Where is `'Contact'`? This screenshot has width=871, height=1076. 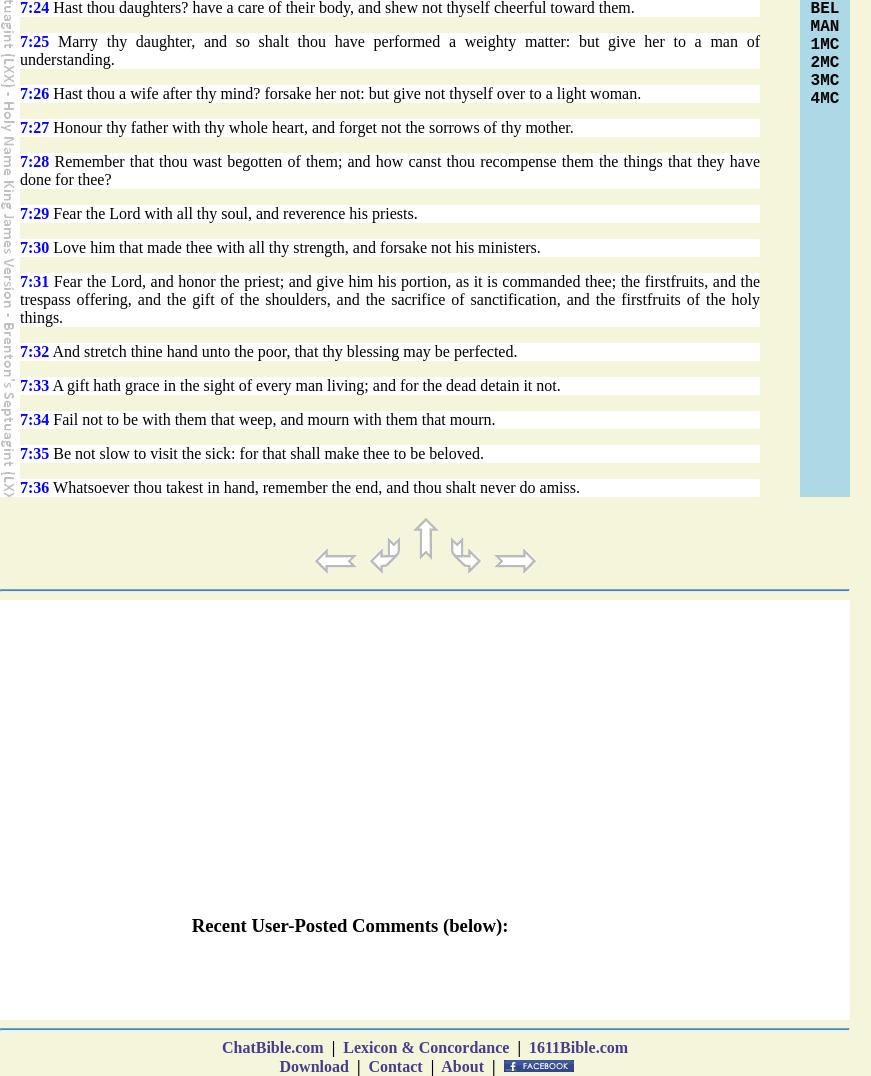 'Contact' is located at coordinates (393, 1066).